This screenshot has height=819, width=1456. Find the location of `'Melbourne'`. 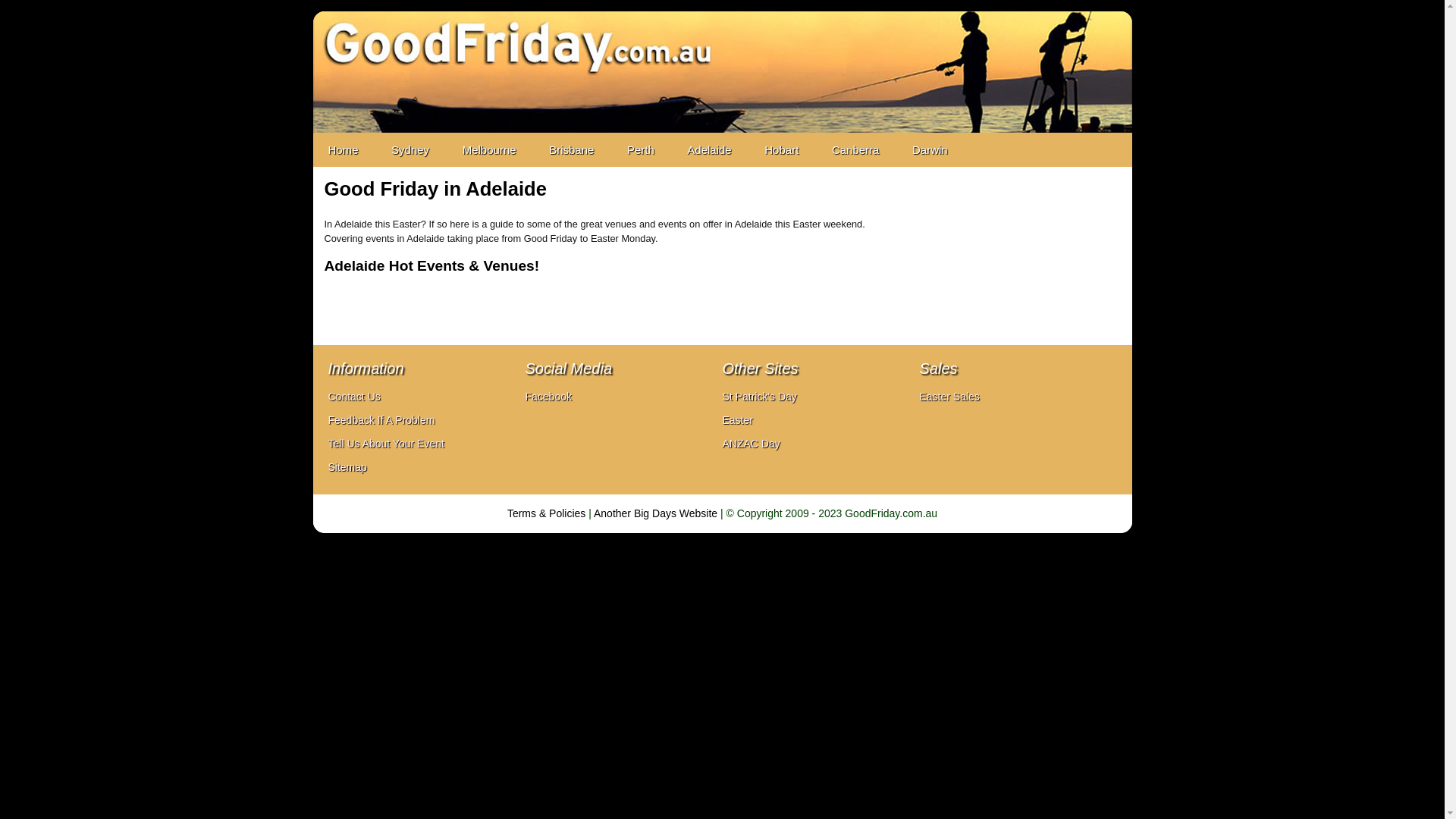

'Melbourne' is located at coordinates (447, 149).